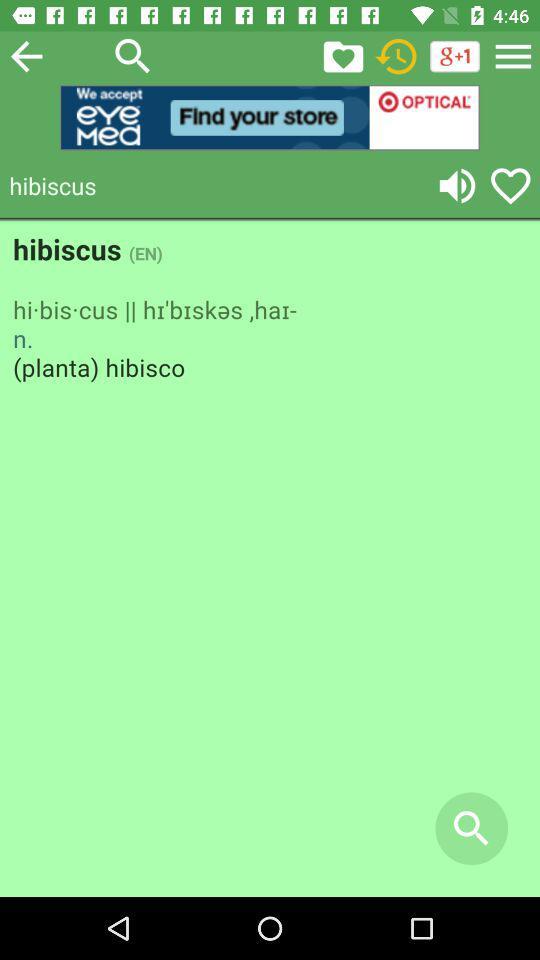 This screenshot has height=960, width=540. I want to click on the like, so click(510, 185).